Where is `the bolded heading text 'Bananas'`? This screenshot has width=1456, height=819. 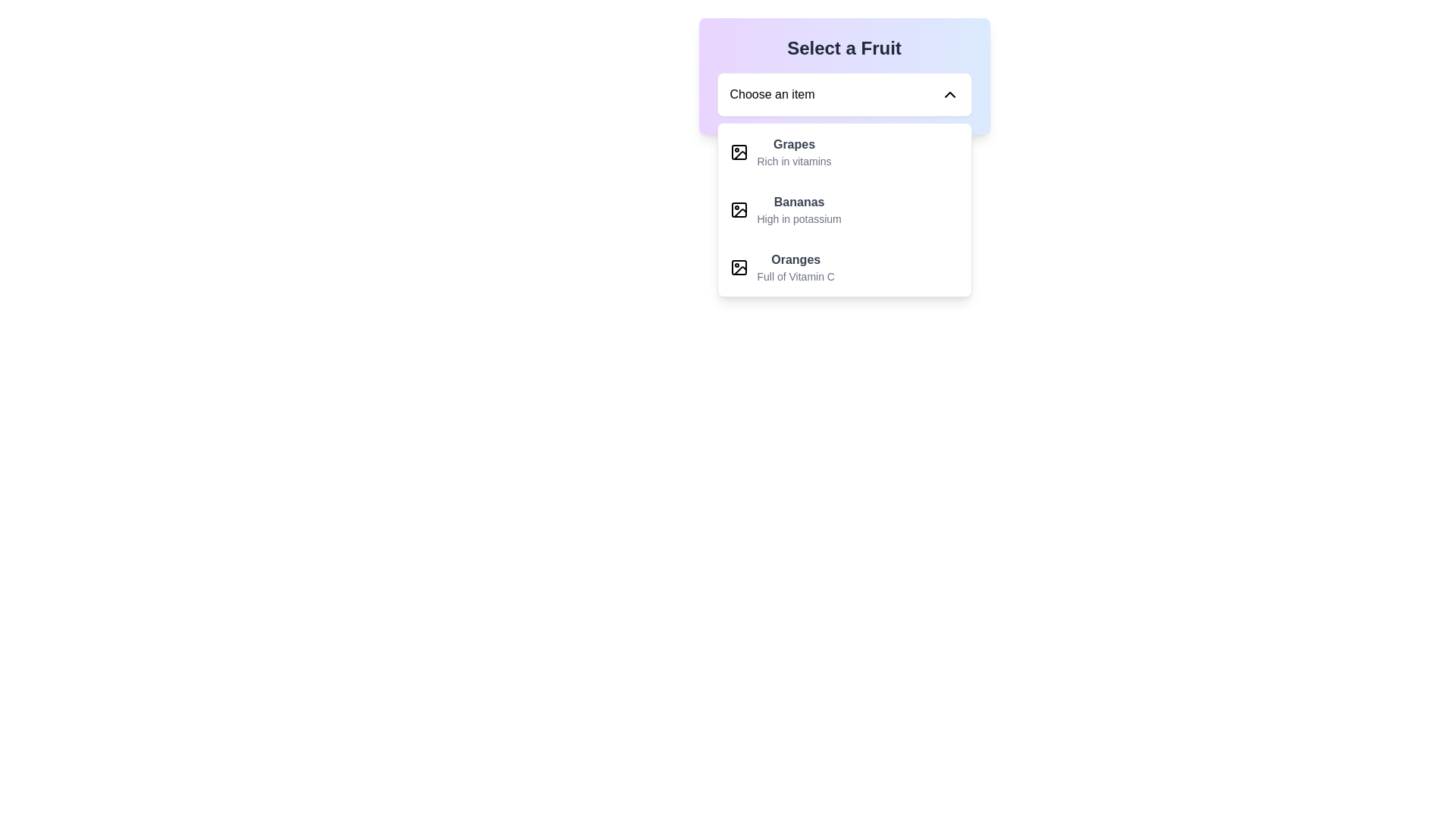 the bolded heading text 'Bananas' is located at coordinates (799, 201).